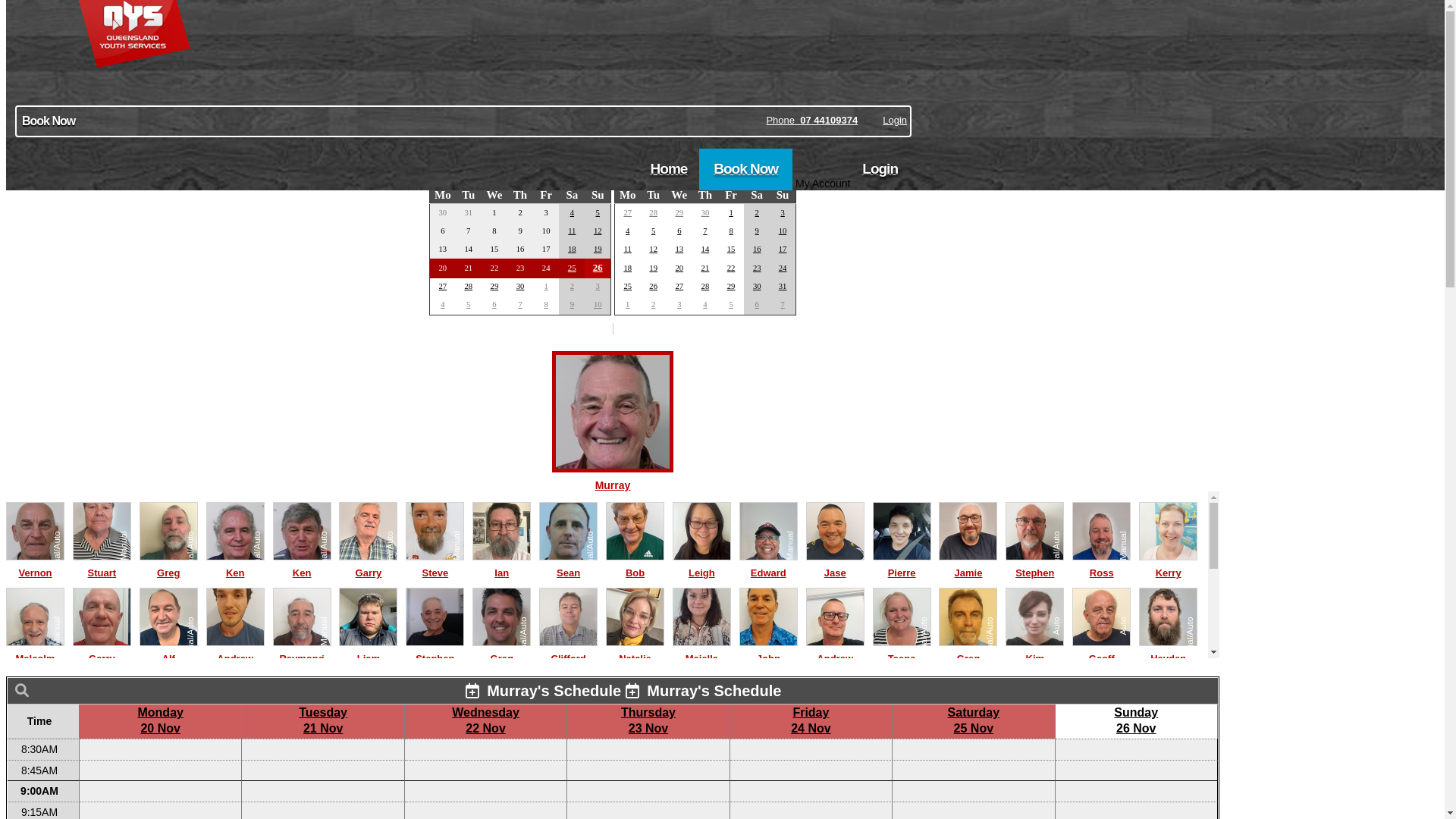 This screenshot has width=1456, height=819. I want to click on 'Hayden, so click(1167, 650).